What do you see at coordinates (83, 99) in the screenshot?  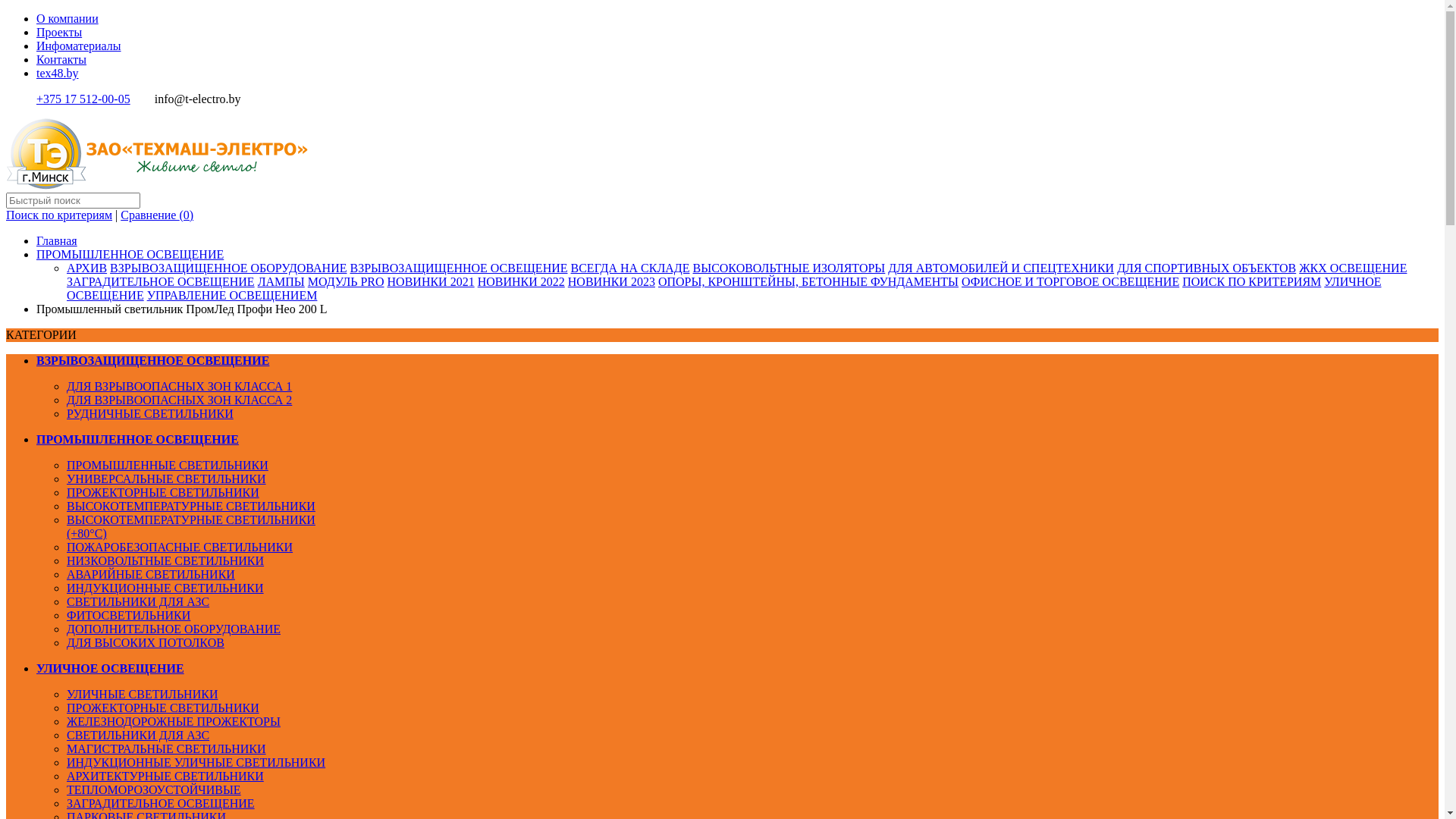 I see `'+375 17 512-00-05'` at bounding box center [83, 99].